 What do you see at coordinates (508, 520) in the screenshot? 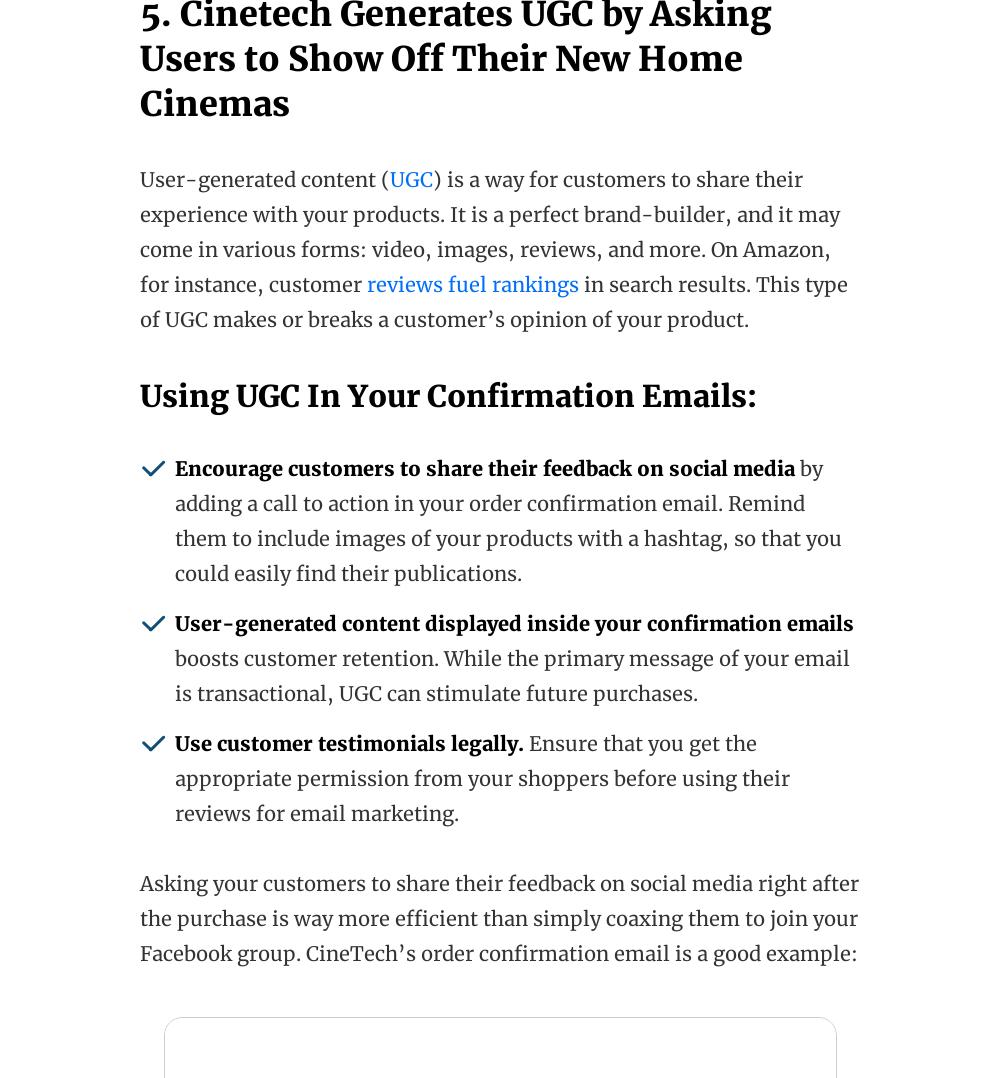
I see `'by adding a call to action in your order confirmation email. Remind them to include images of your products with a hashtag, so that you could easily find their publications.'` at bounding box center [508, 520].